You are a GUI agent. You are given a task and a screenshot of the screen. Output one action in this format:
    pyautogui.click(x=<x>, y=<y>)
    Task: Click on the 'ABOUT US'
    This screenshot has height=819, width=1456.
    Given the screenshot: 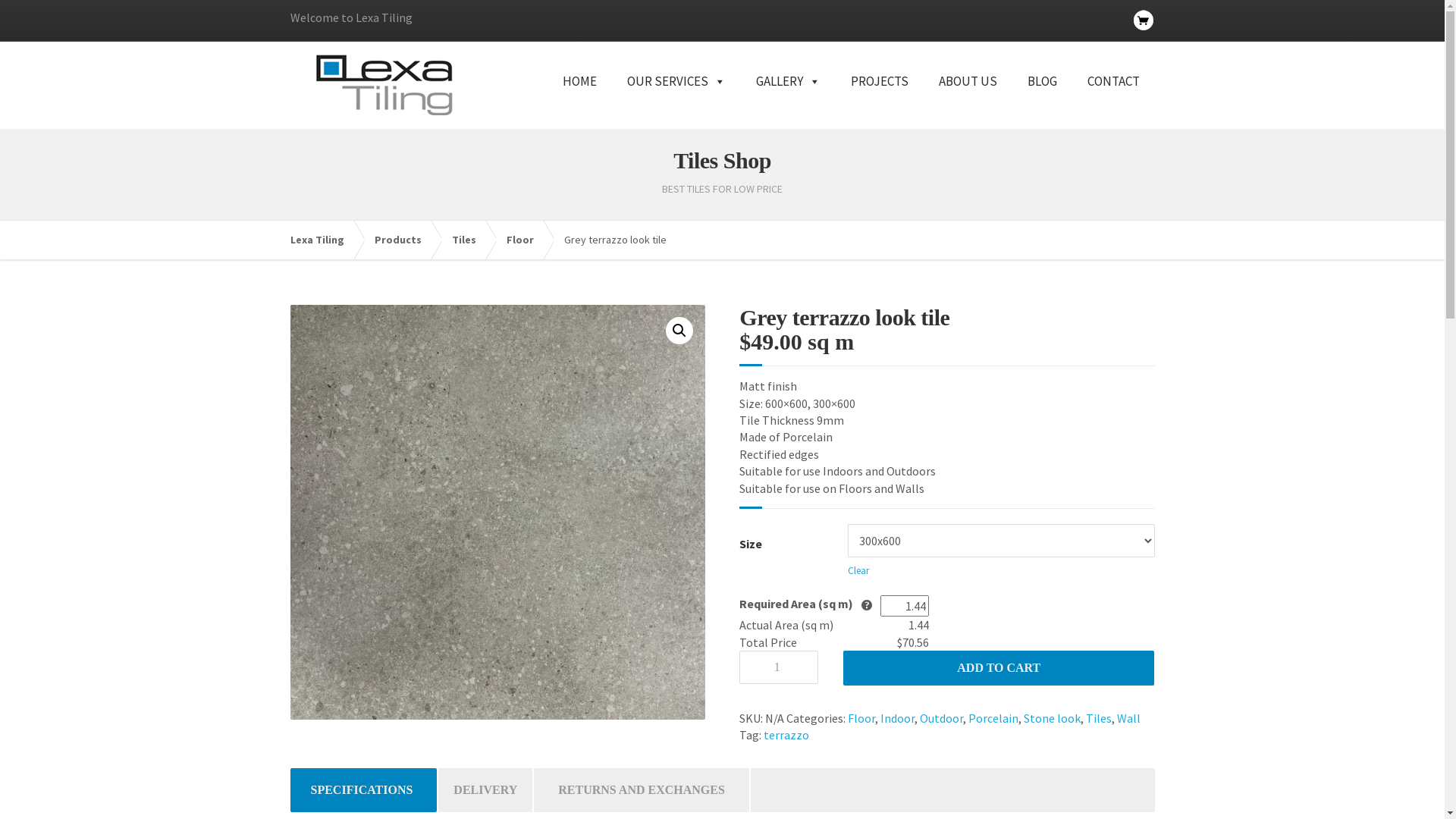 What is the action you would take?
    pyautogui.click(x=967, y=99)
    